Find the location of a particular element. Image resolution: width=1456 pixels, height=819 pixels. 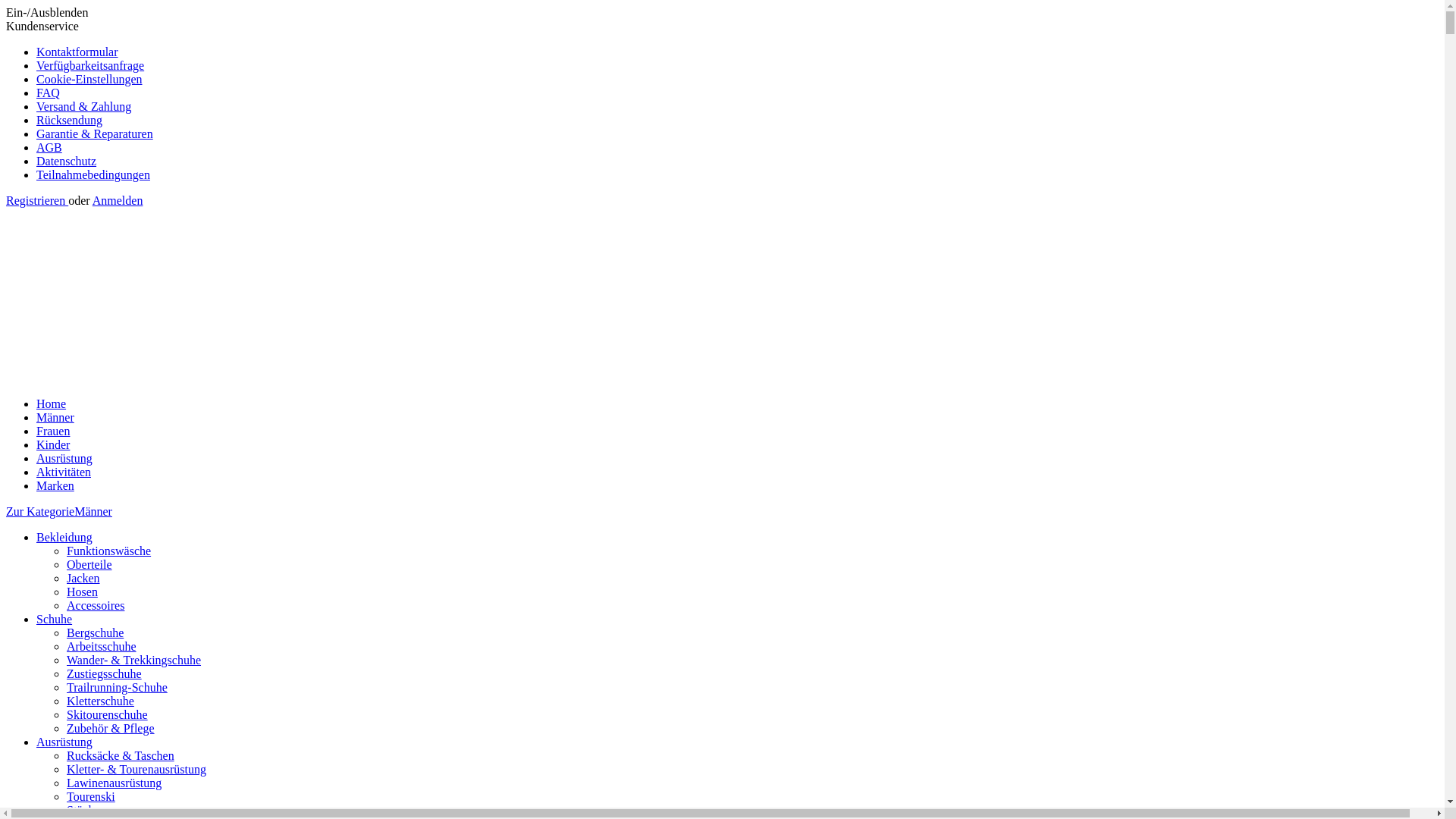

'Teilnahmebedingungen' is located at coordinates (93, 174).